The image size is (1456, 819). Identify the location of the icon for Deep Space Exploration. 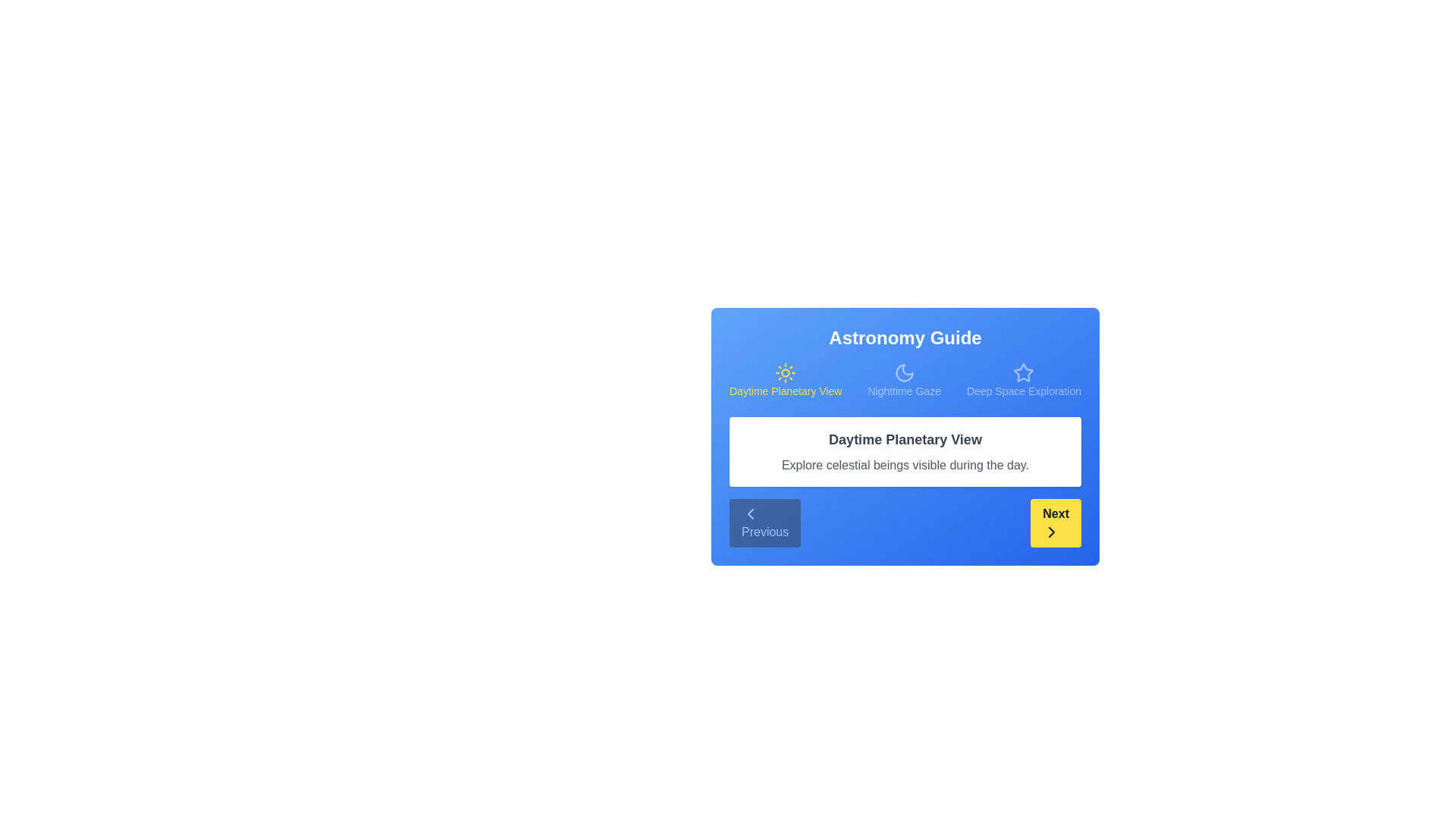
(1023, 373).